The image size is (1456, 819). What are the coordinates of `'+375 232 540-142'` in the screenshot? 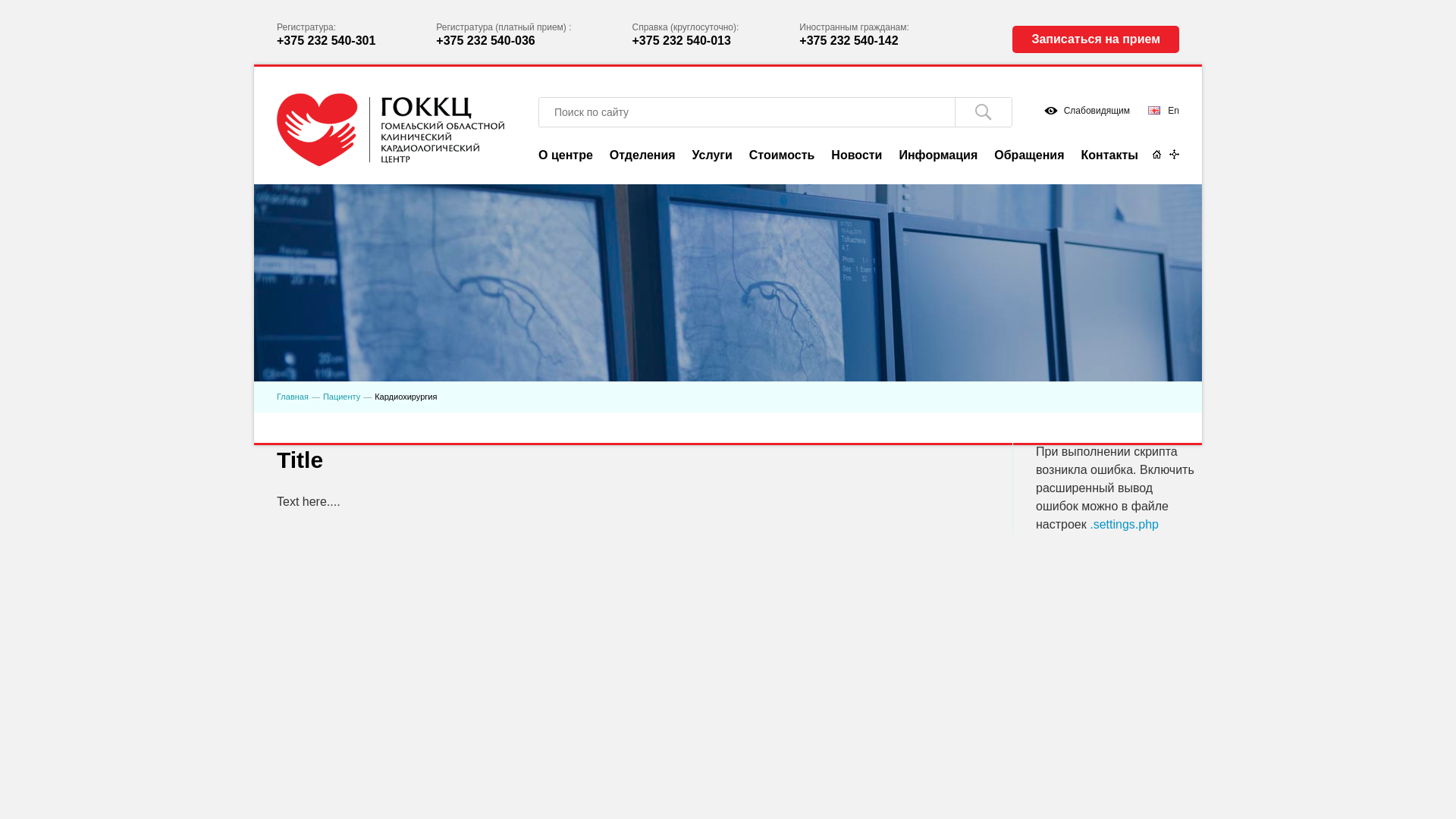 It's located at (847, 39).